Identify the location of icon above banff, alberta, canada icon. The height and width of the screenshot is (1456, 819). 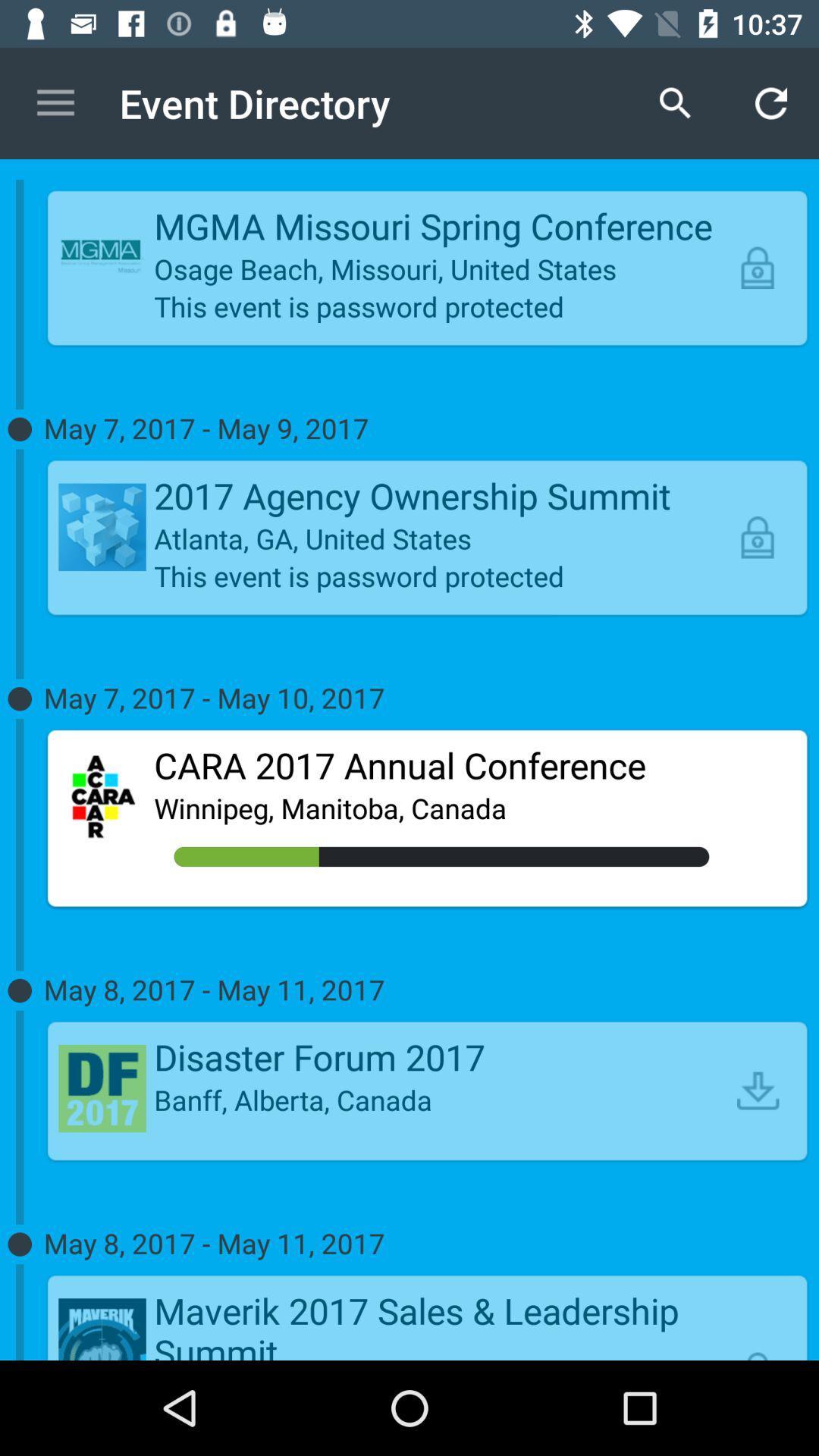
(441, 1056).